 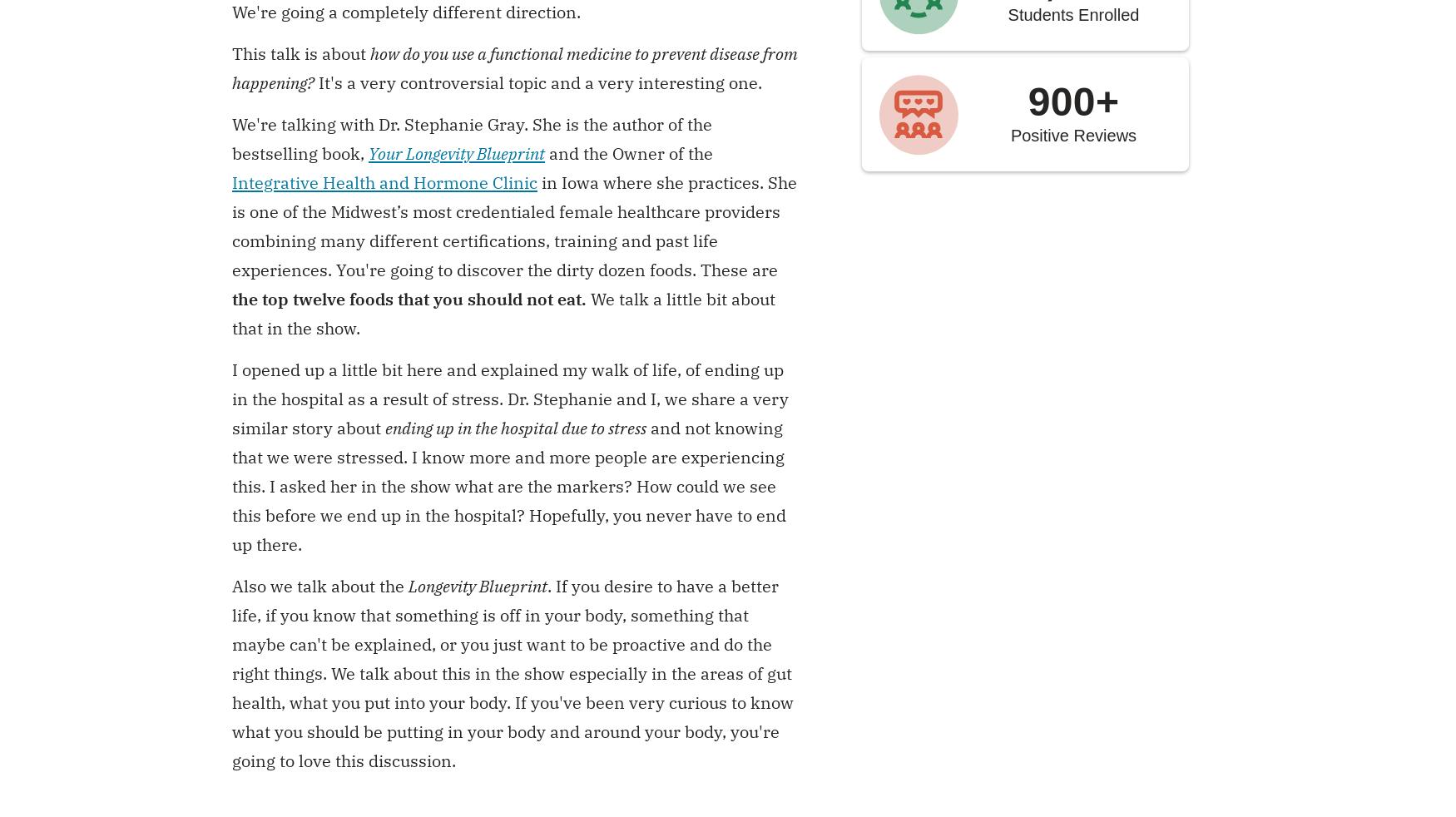 What do you see at coordinates (285, 641) in the screenshot?
I see `'The Ultimate Financial Strategy'` at bounding box center [285, 641].